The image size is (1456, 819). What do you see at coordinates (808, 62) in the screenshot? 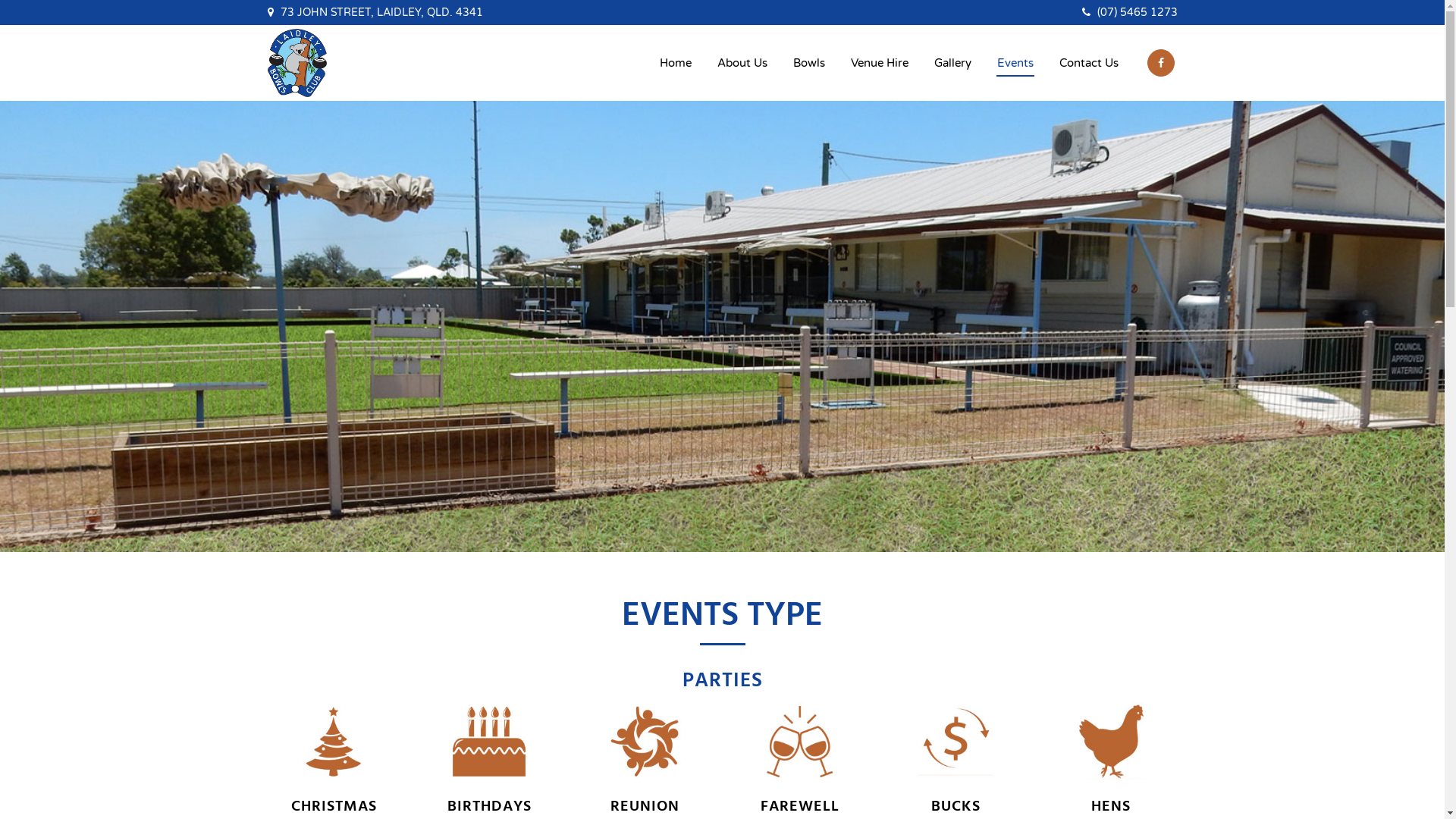
I see `'Bowls'` at bounding box center [808, 62].